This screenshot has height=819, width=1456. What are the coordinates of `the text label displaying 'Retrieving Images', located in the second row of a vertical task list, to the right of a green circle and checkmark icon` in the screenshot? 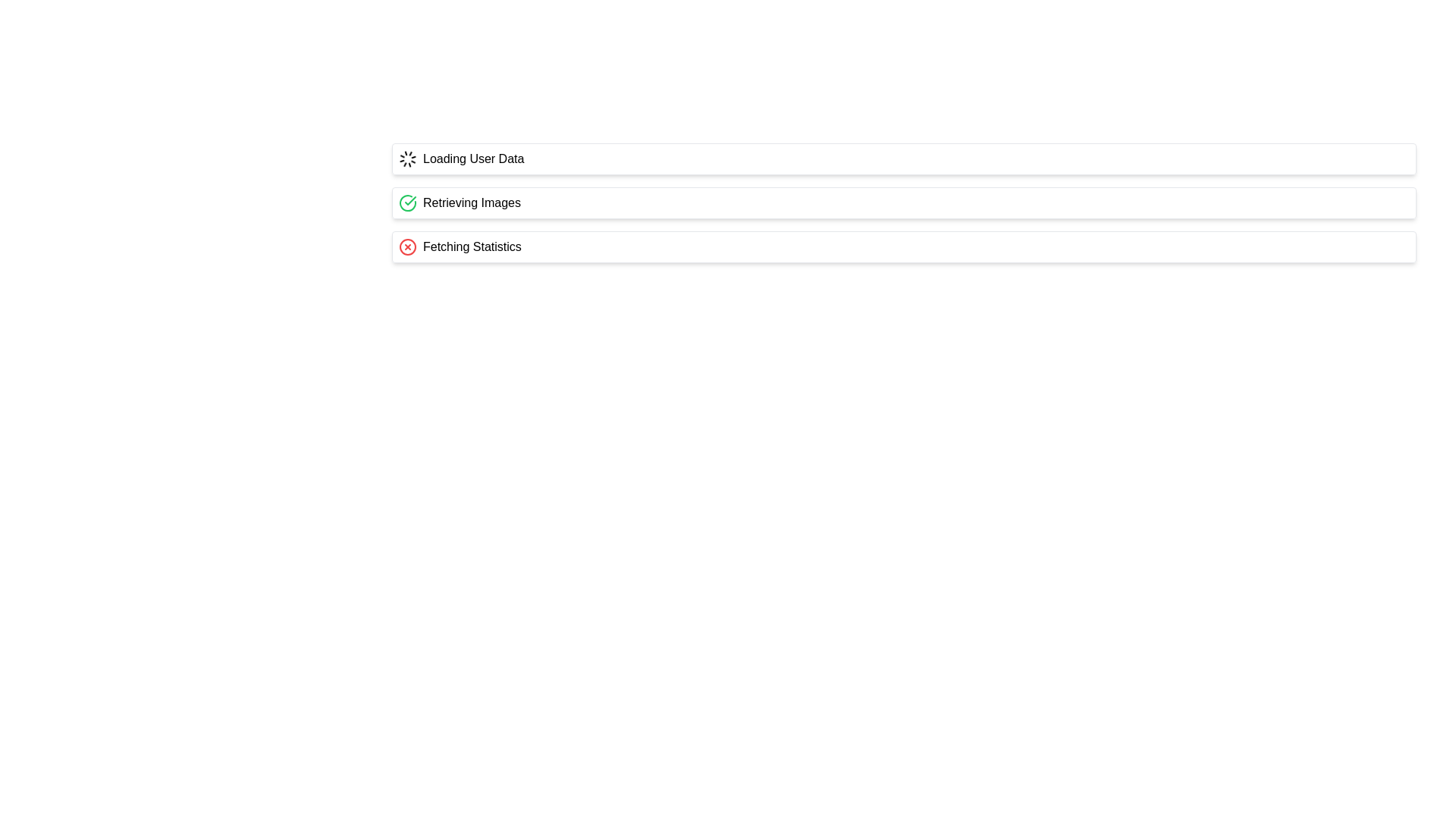 It's located at (471, 202).